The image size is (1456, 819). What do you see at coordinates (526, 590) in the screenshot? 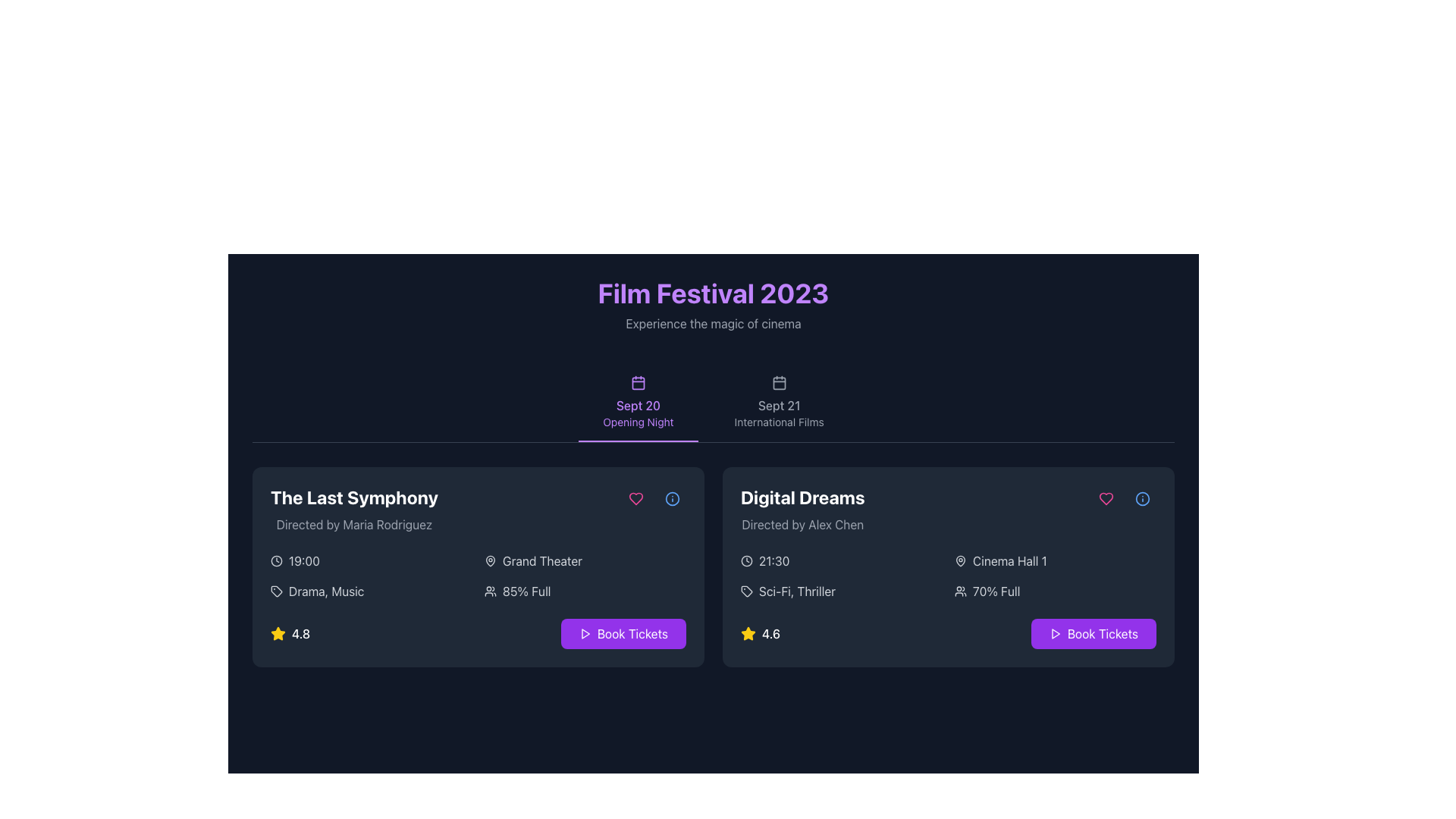
I see `occupancy level label '85% Full' located below the group icon in the left card titled 'The Last Symphony'` at bounding box center [526, 590].